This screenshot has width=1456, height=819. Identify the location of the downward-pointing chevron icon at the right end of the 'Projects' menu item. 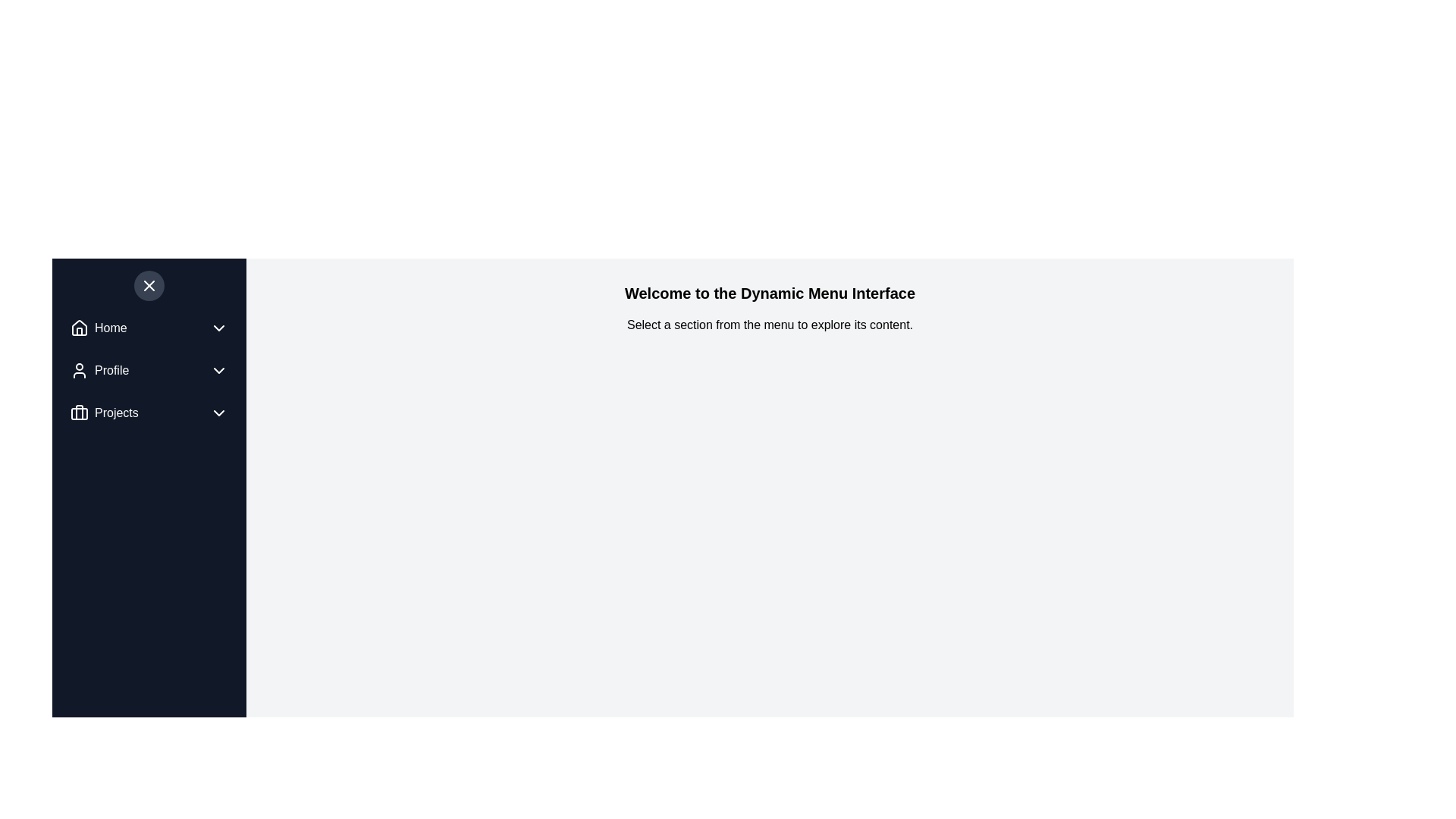
(218, 413).